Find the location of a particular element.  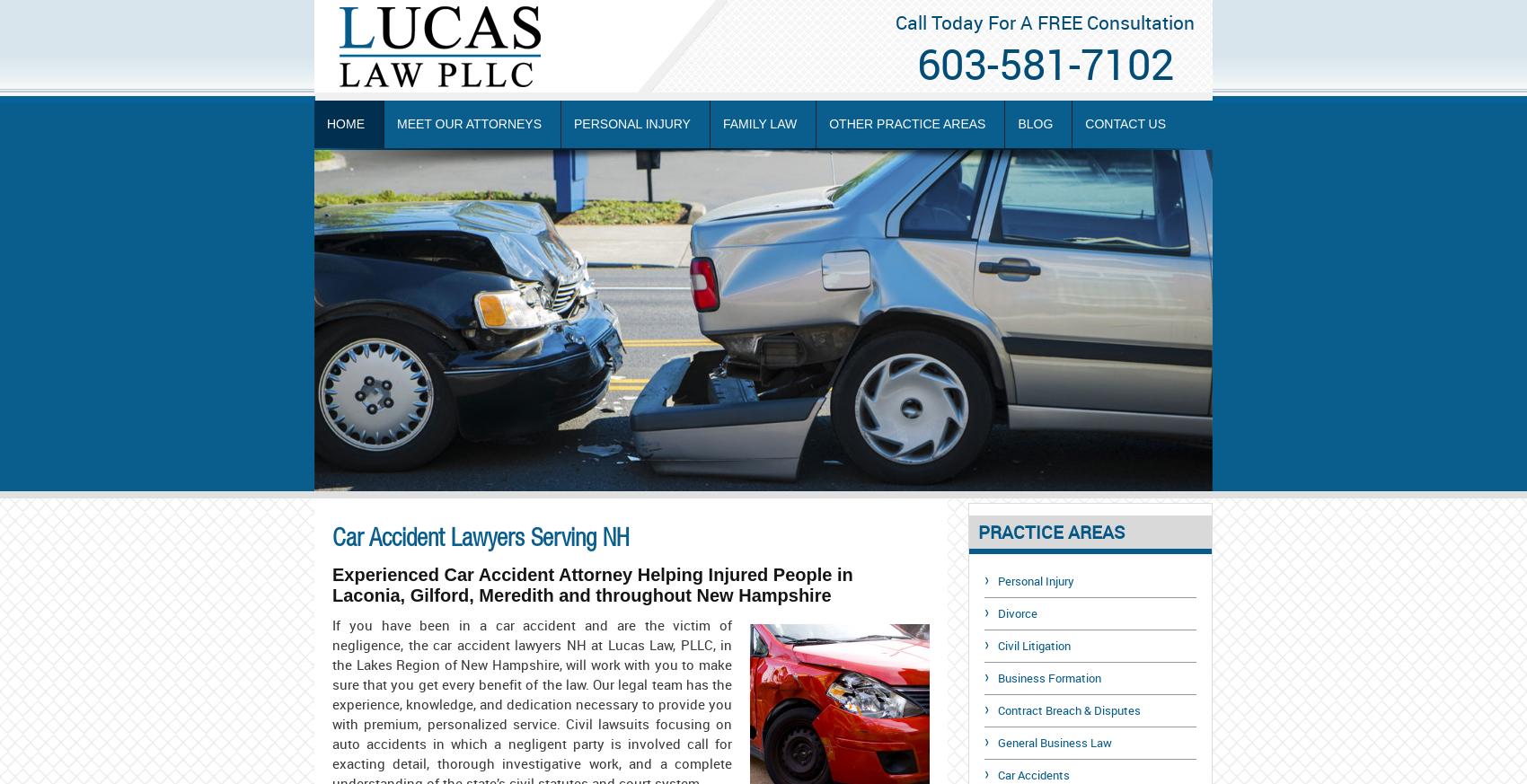

'Blog' is located at coordinates (1035, 124).